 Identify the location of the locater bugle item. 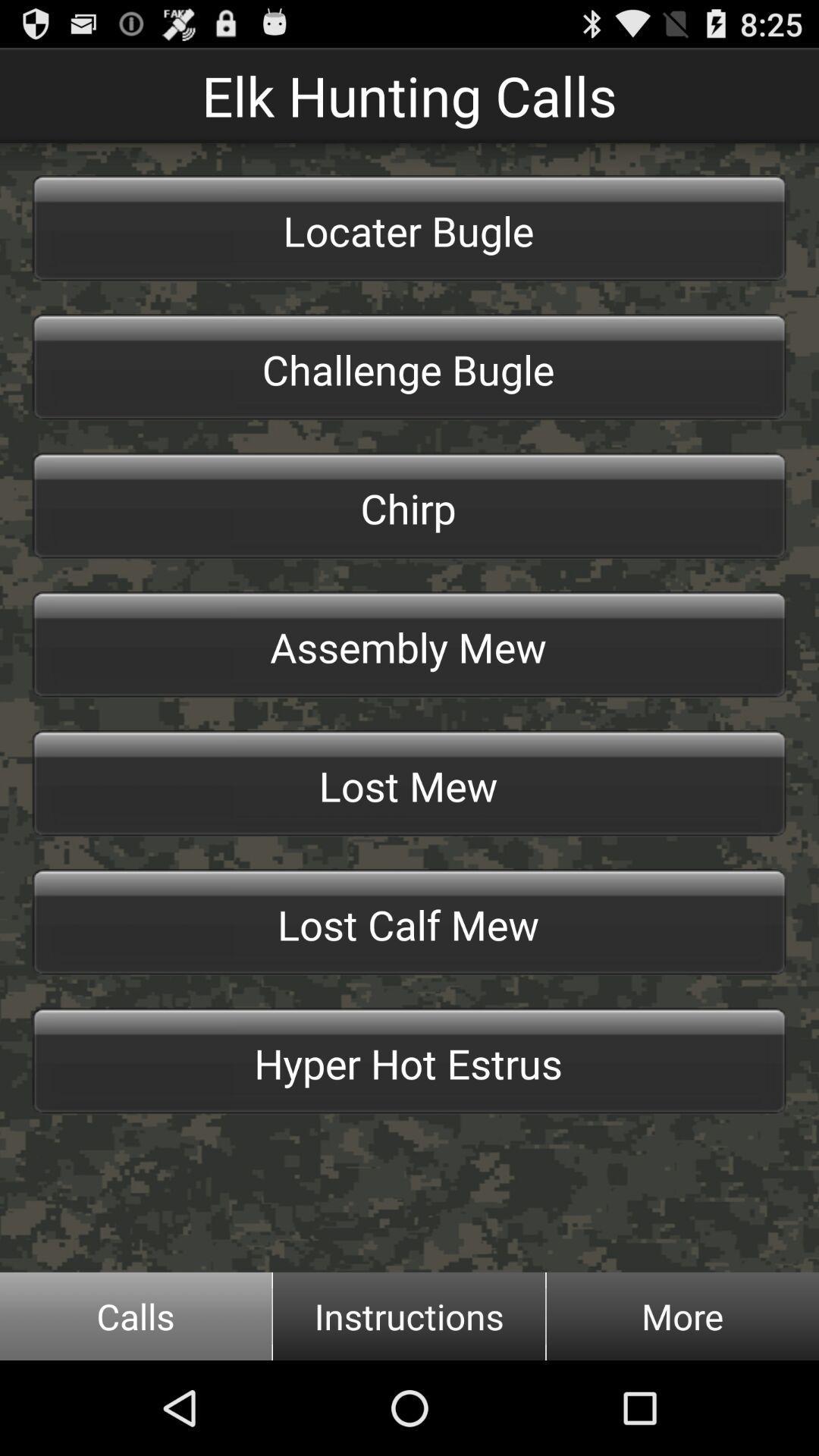
(409, 227).